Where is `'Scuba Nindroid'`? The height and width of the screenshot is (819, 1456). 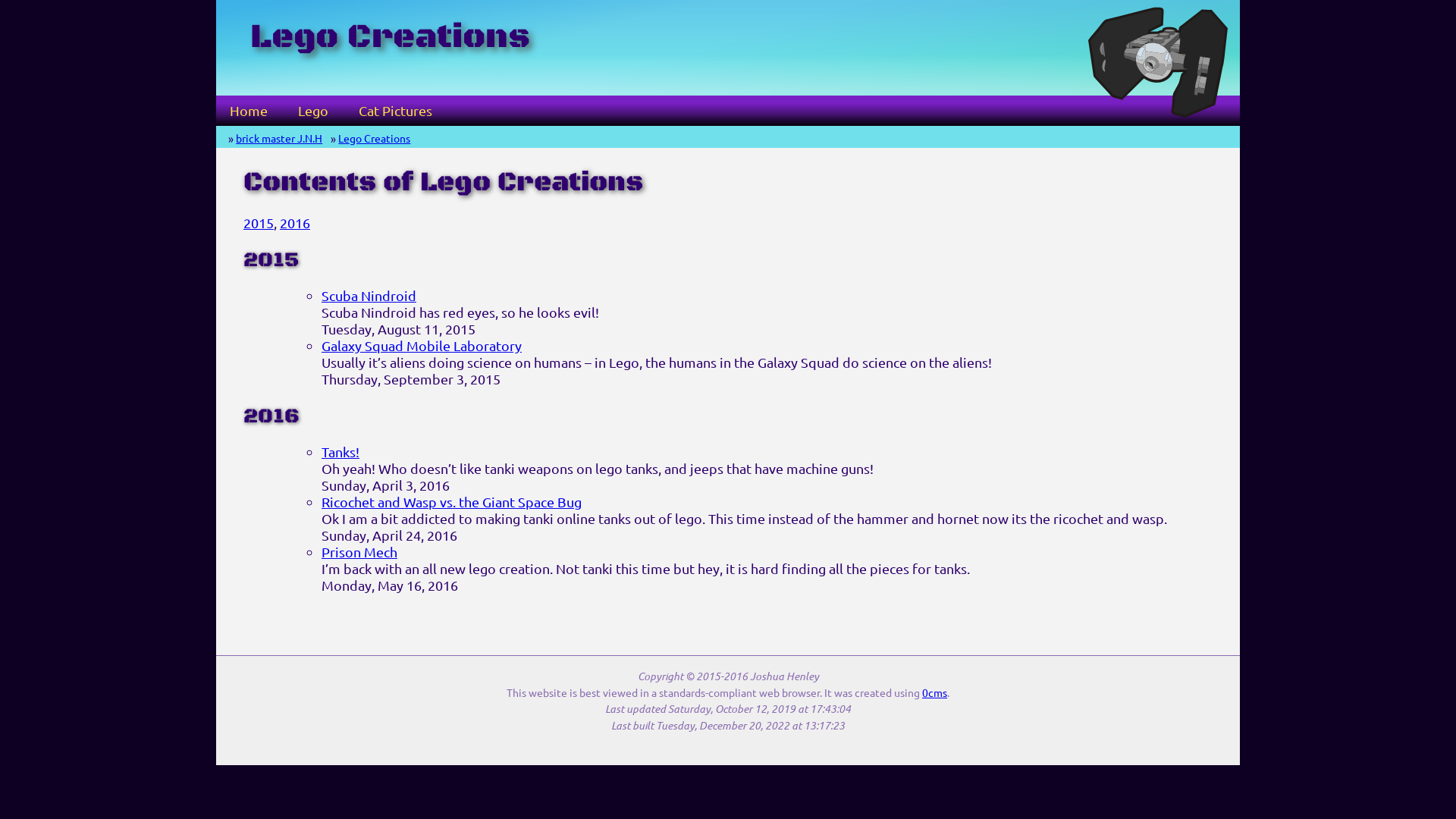 'Scuba Nindroid' is located at coordinates (369, 295).